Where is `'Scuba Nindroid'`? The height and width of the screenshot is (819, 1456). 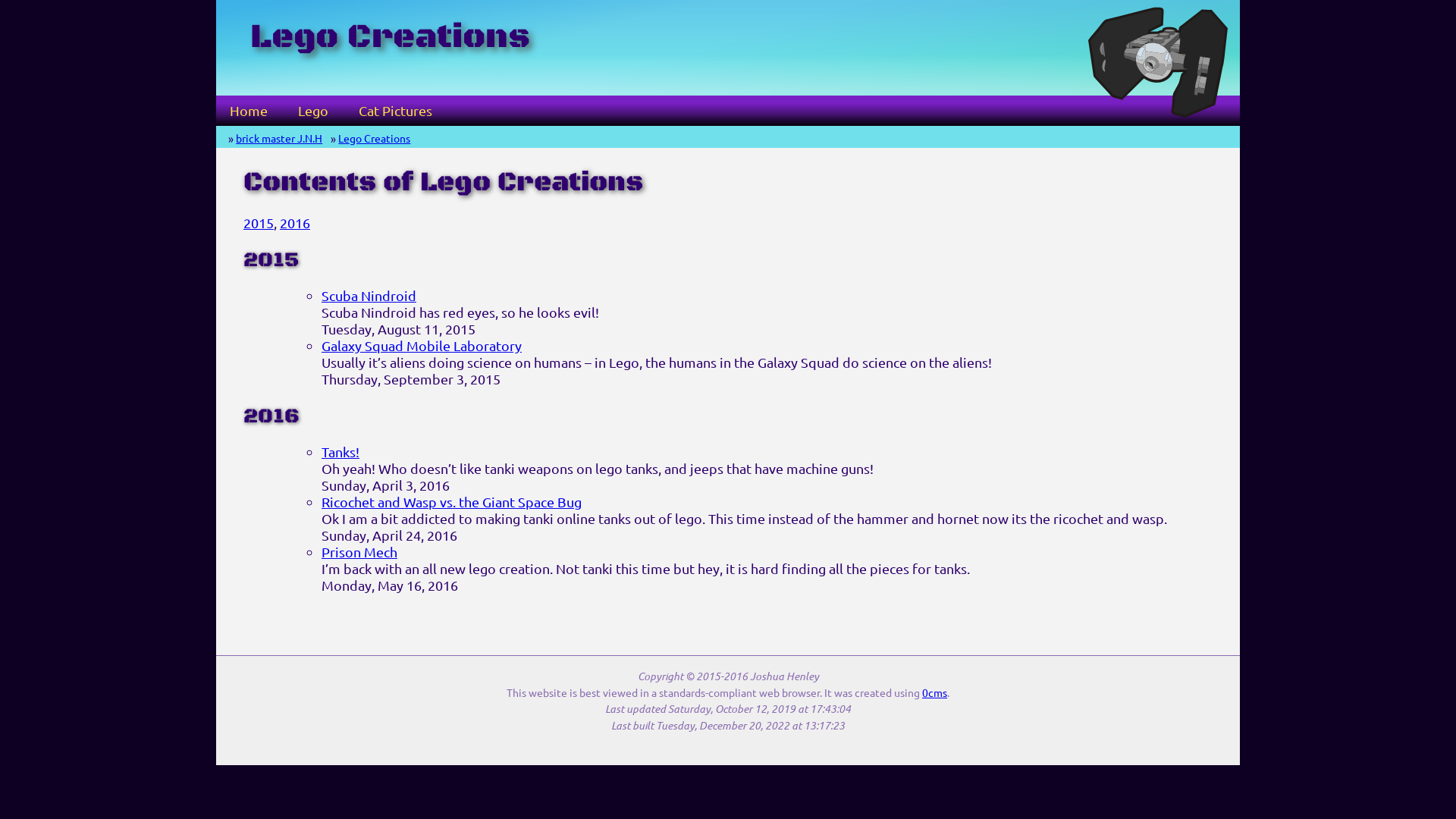 'Scuba Nindroid' is located at coordinates (369, 295).